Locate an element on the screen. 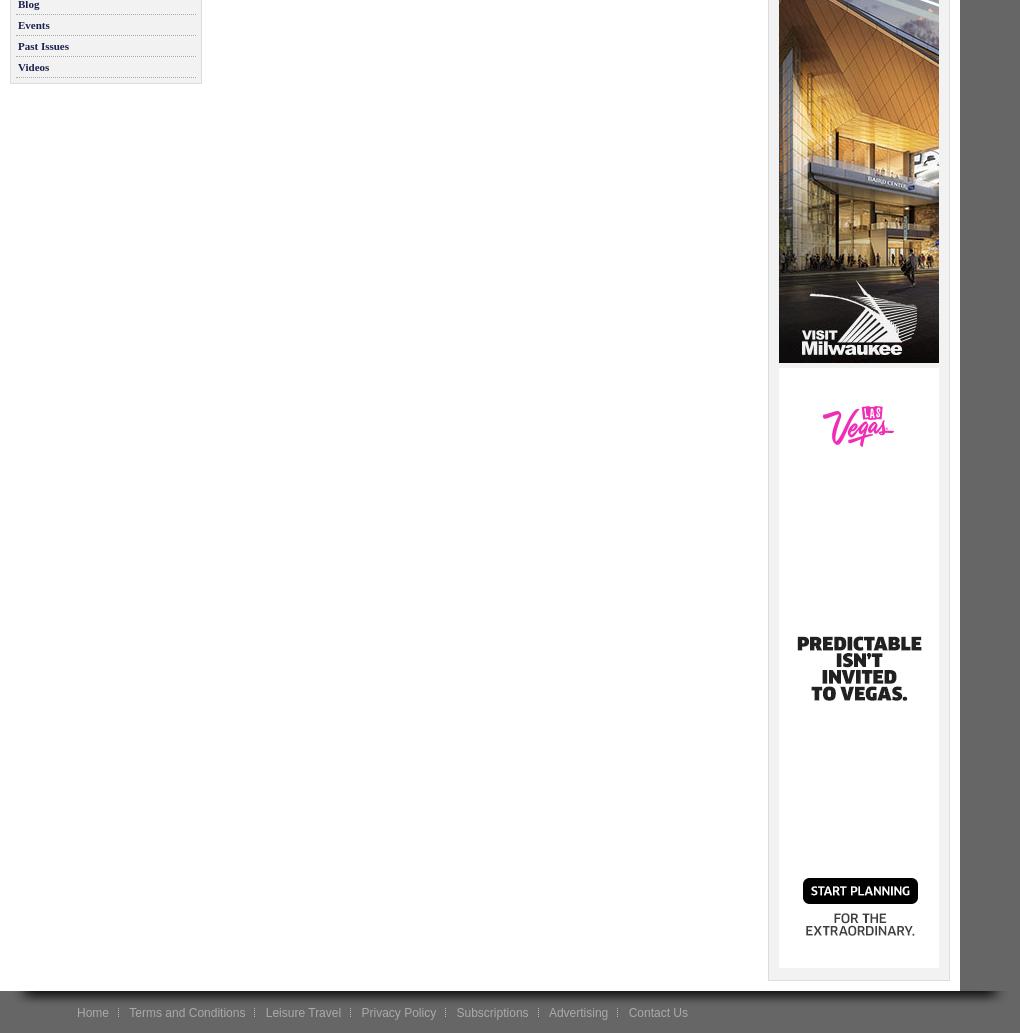 Image resolution: width=1020 pixels, height=1033 pixels. 'Advertising' is located at coordinates (578, 1011).